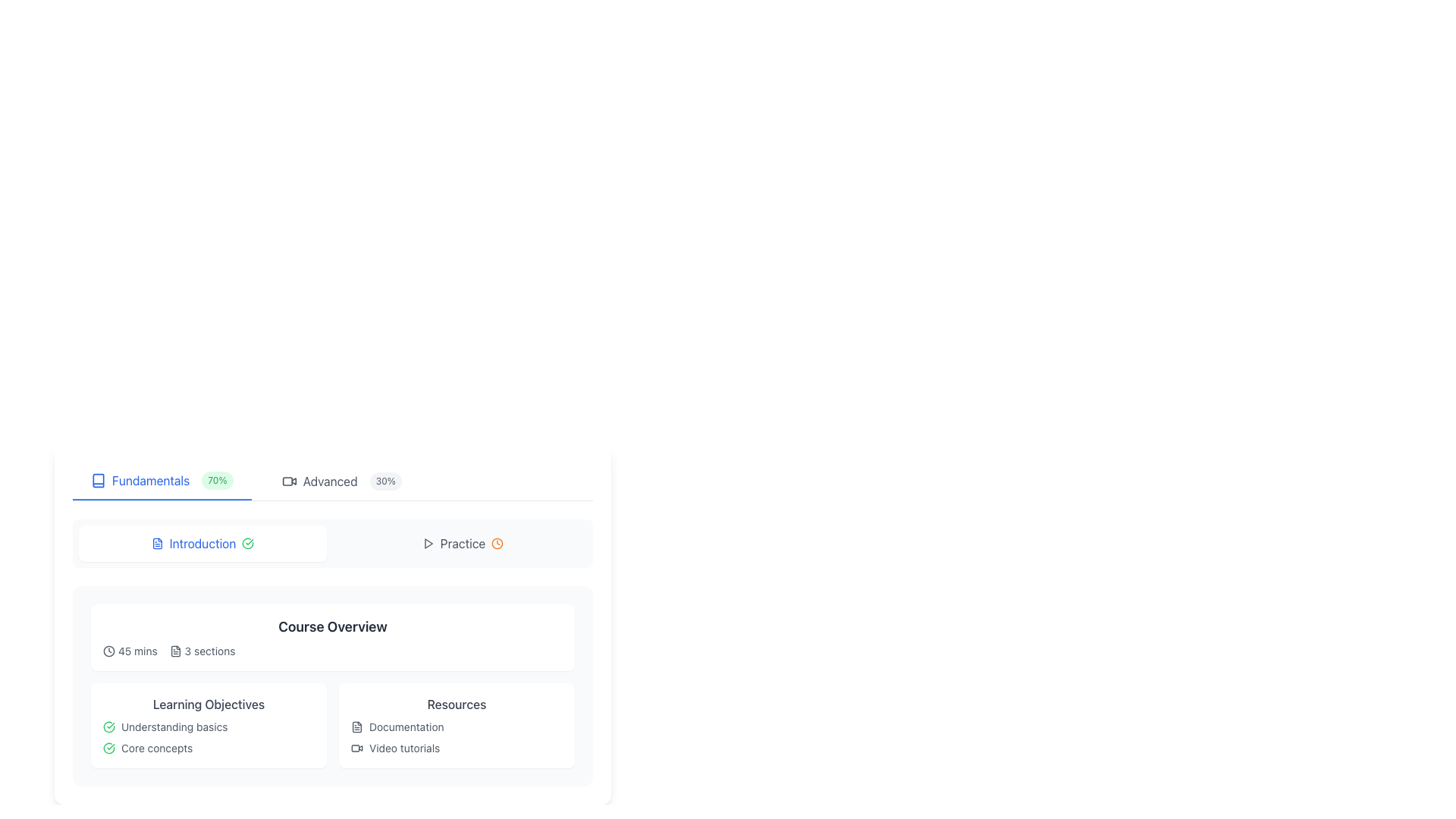  I want to click on the small paper icon located to the left of the text '3 sections', which is styled with a minimal modern outline, so click(175, 651).